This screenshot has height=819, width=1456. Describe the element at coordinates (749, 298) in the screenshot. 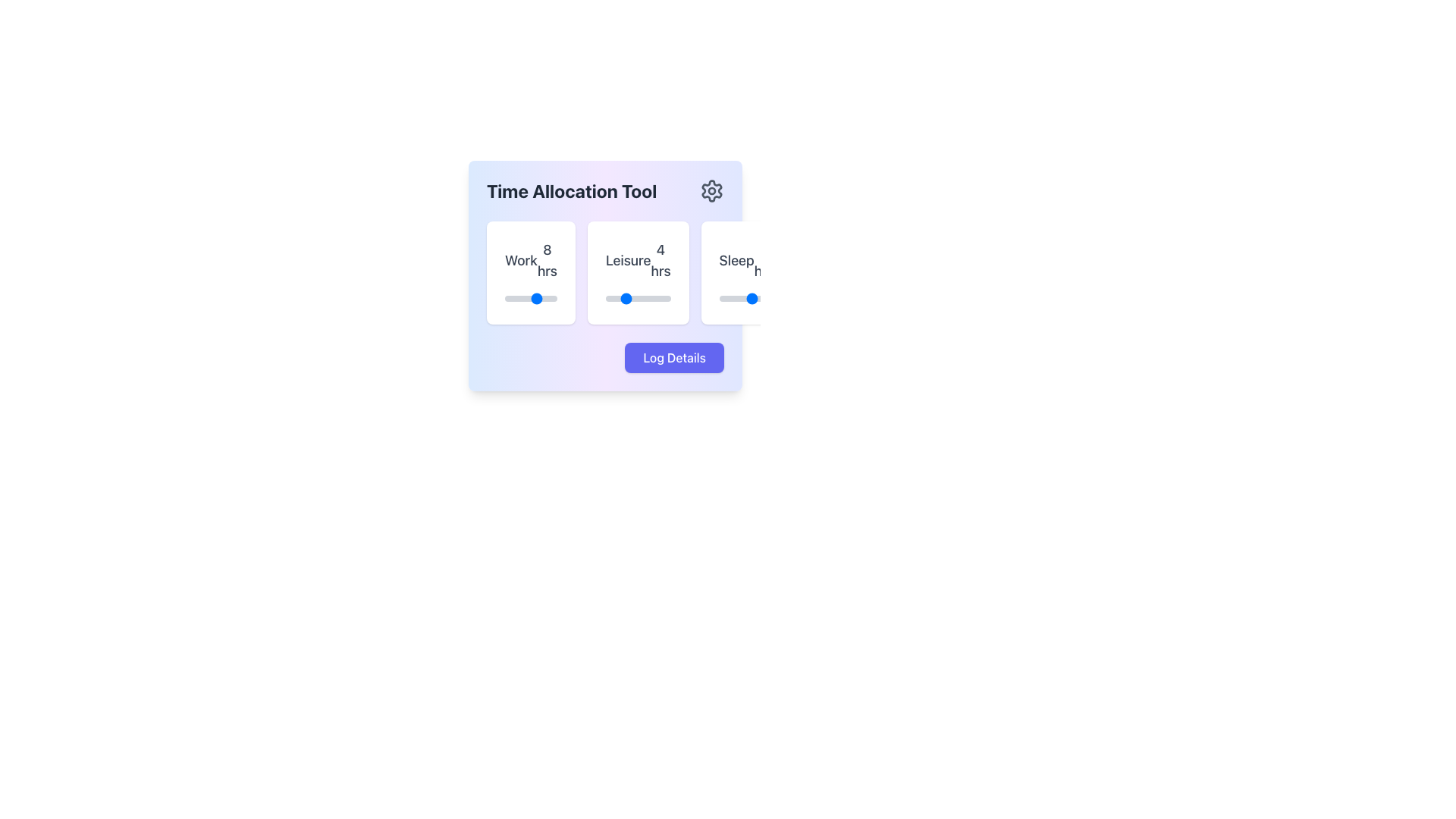

I see `the sleep duration` at that location.